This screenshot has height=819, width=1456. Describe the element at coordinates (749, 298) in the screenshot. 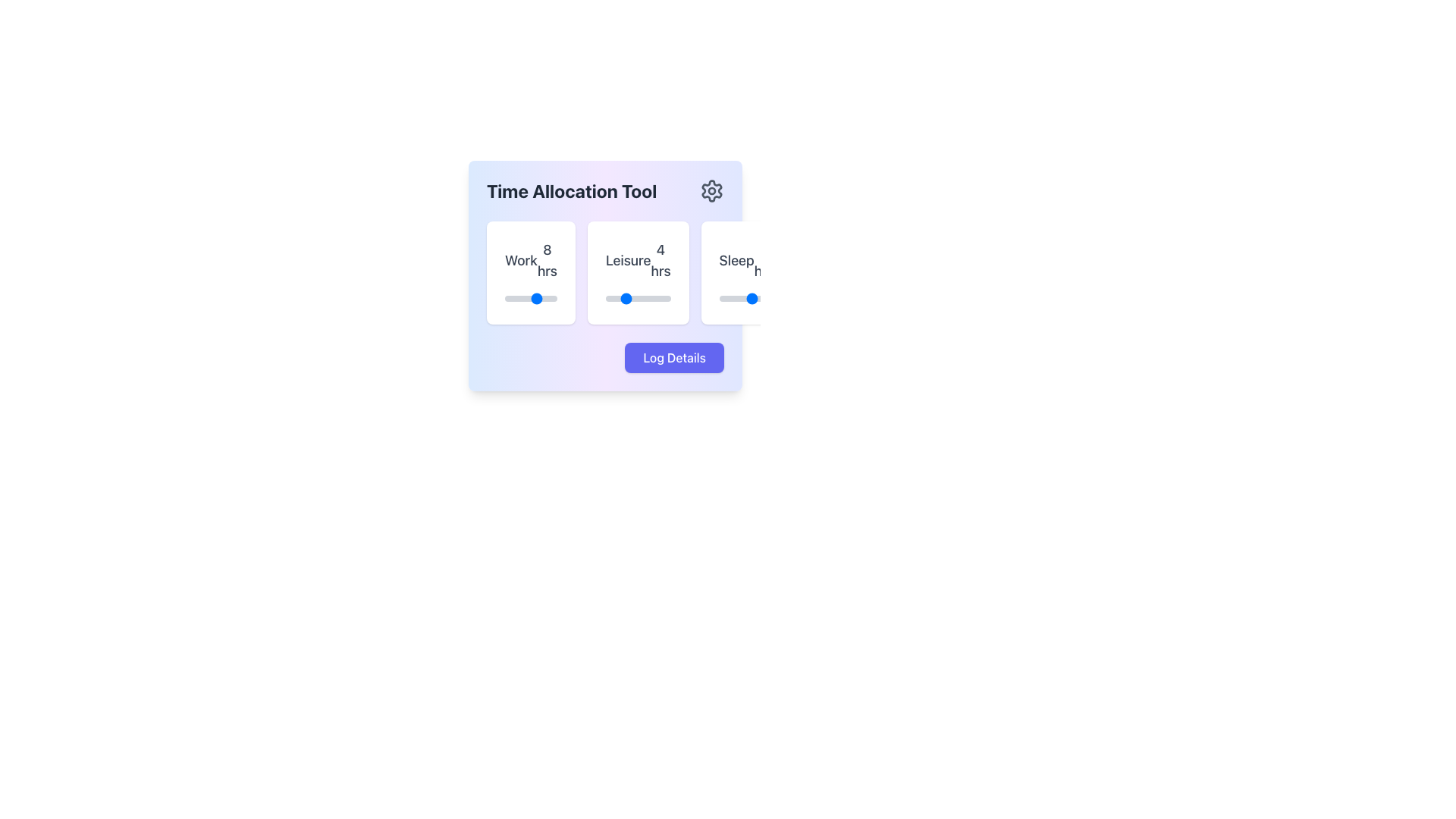

I see `the sleep duration` at that location.